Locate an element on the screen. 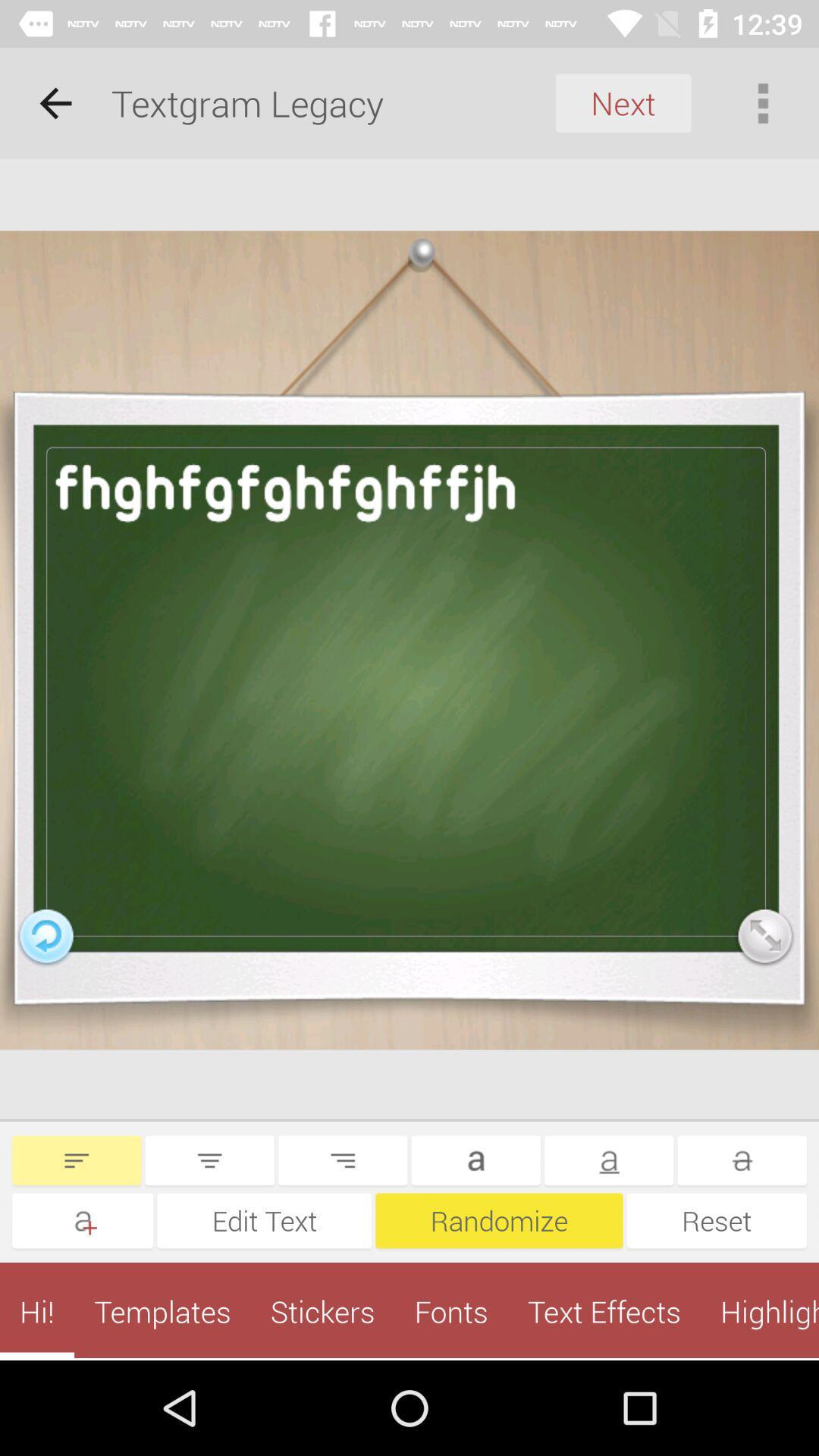 The height and width of the screenshot is (1456, 819). stickers app is located at coordinates (322, 1310).